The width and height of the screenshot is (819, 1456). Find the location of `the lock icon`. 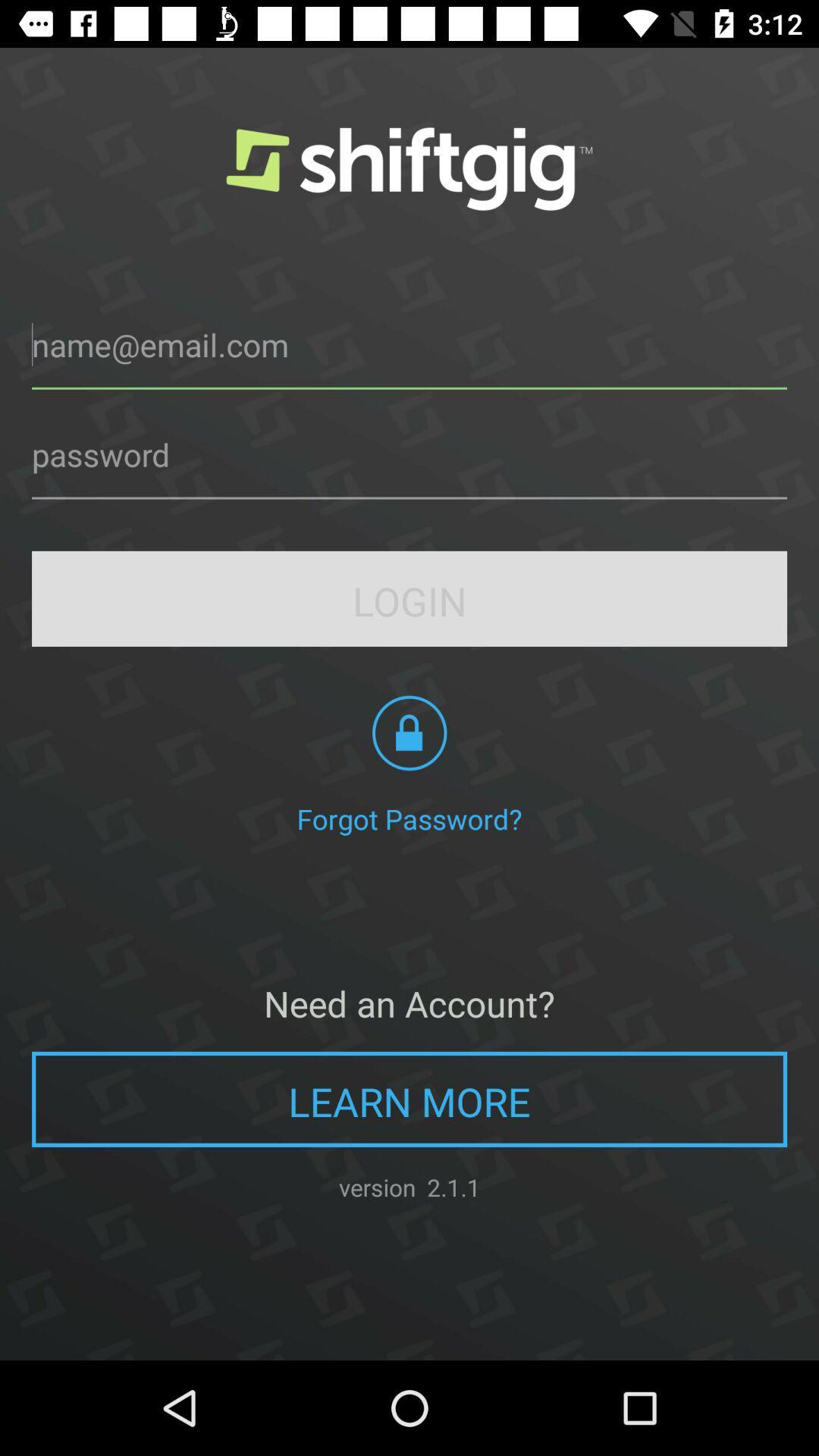

the lock icon is located at coordinates (408, 733).